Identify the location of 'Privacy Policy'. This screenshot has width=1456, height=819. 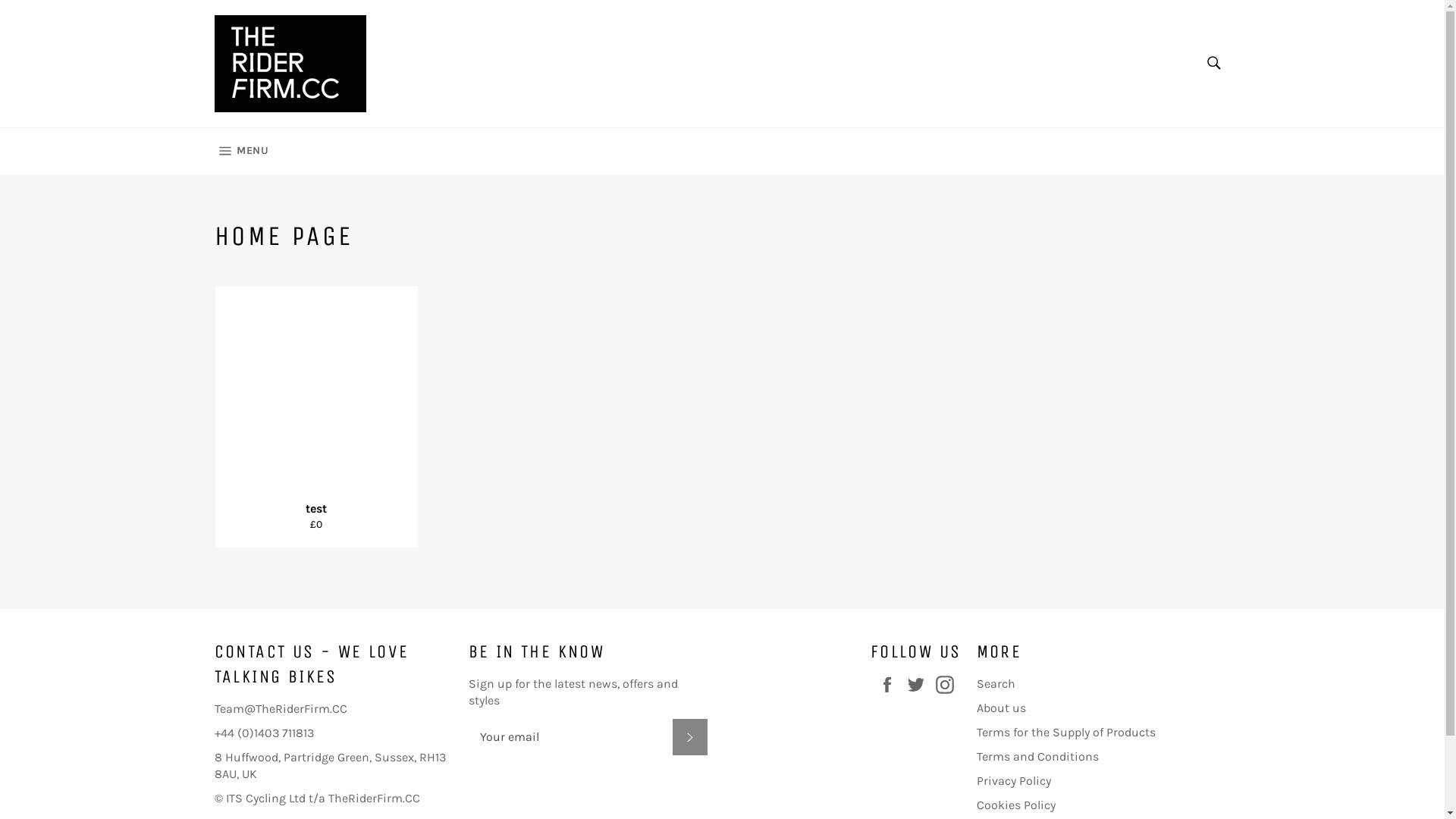
(1014, 780).